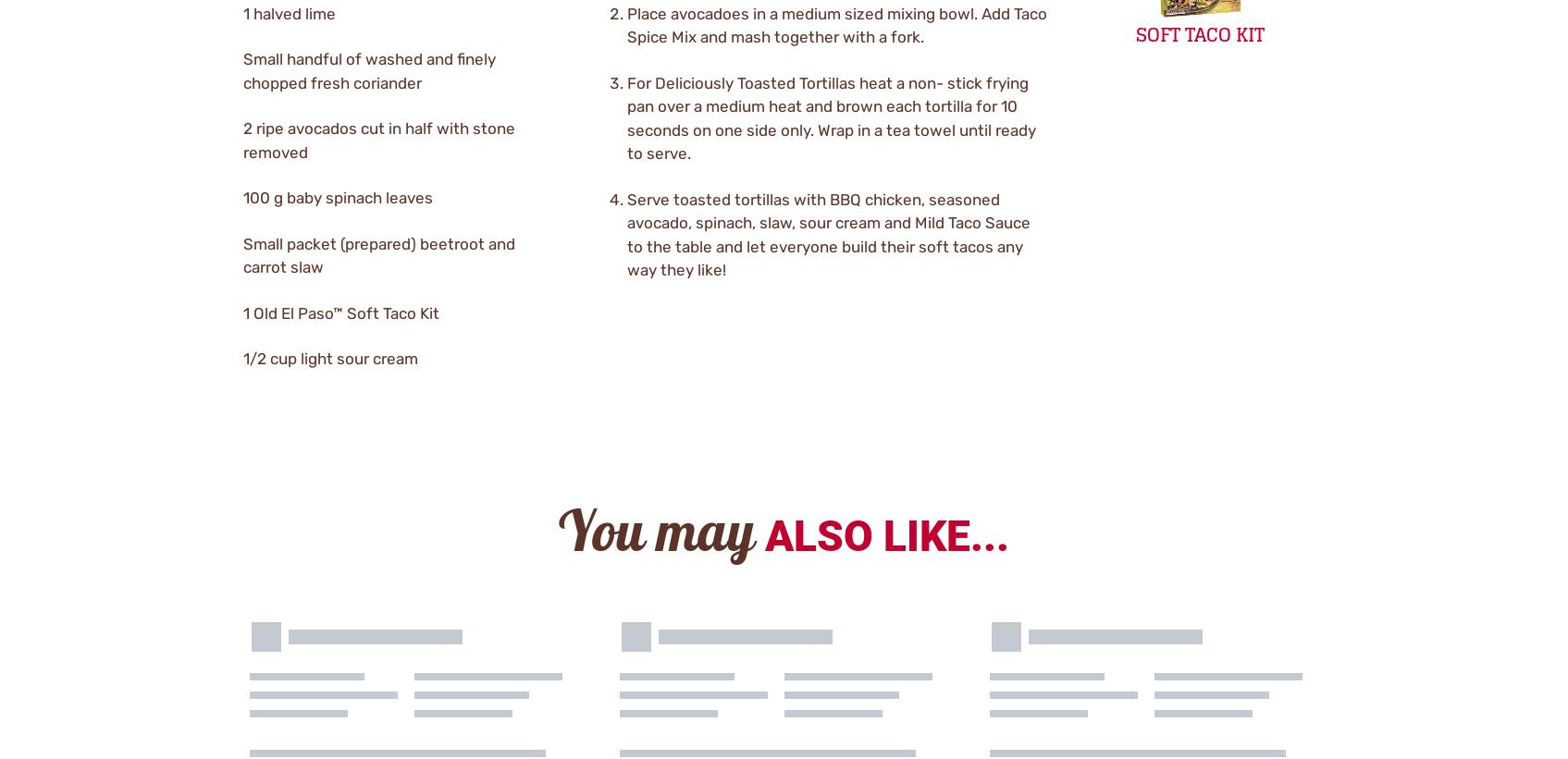 The image size is (1568, 759). I want to click on '2 ripe avocados cut in half with stone removed', so click(378, 140).